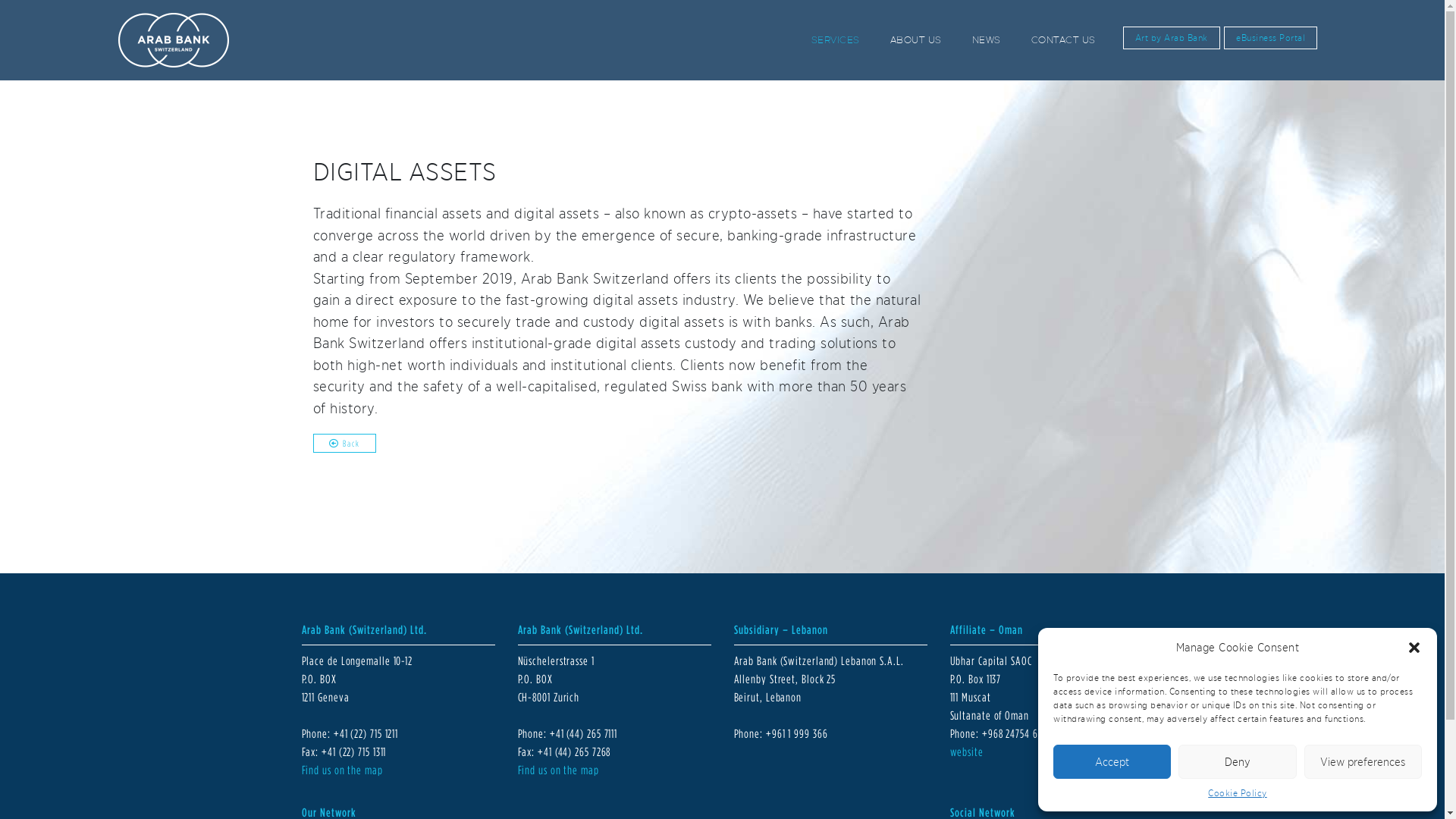 This screenshot has width=1456, height=819. Describe the element at coordinates (986, 39) in the screenshot. I see `'NEWS'` at that location.